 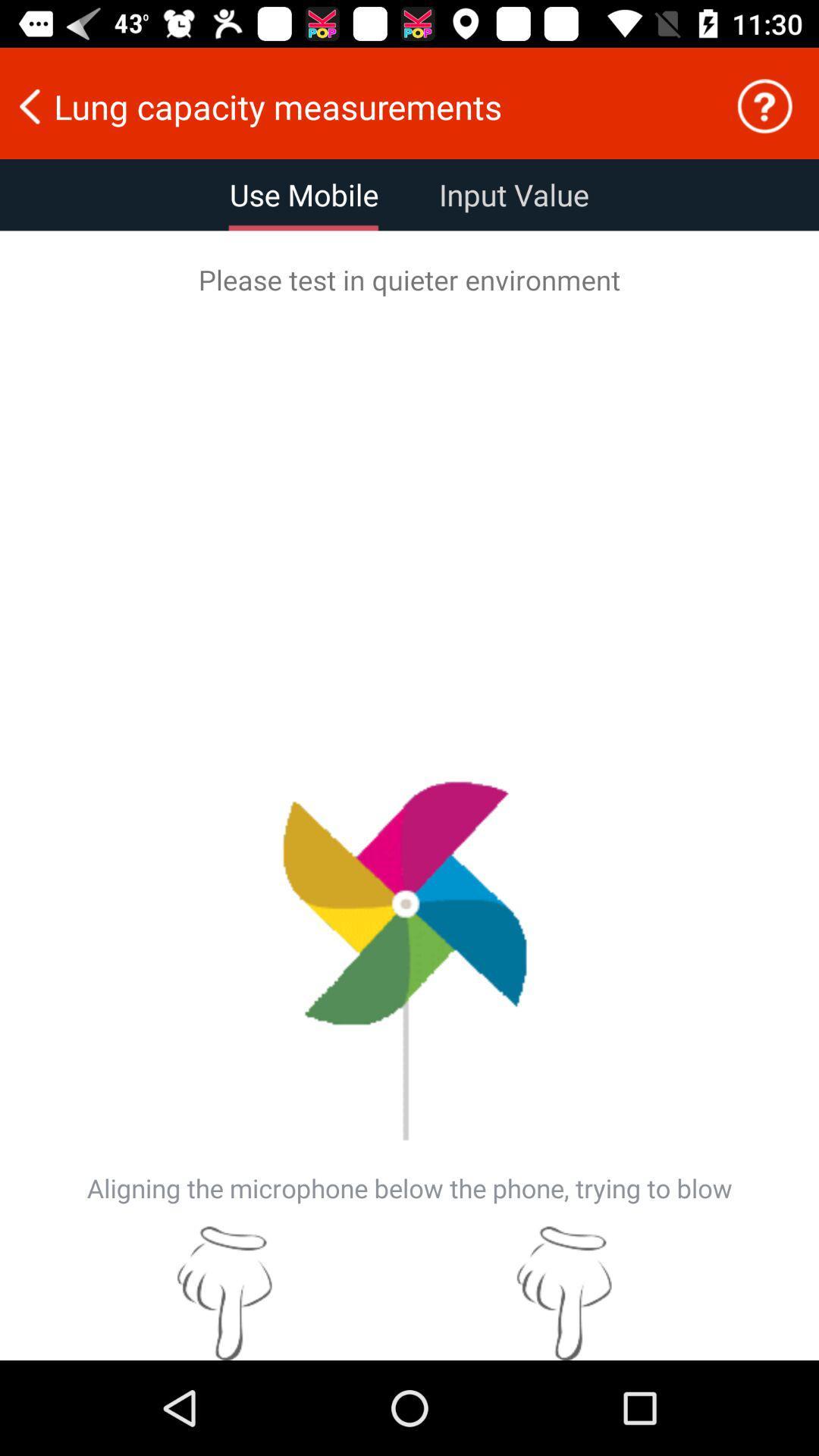 I want to click on lung capacity measurements item, so click(x=357, y=105).